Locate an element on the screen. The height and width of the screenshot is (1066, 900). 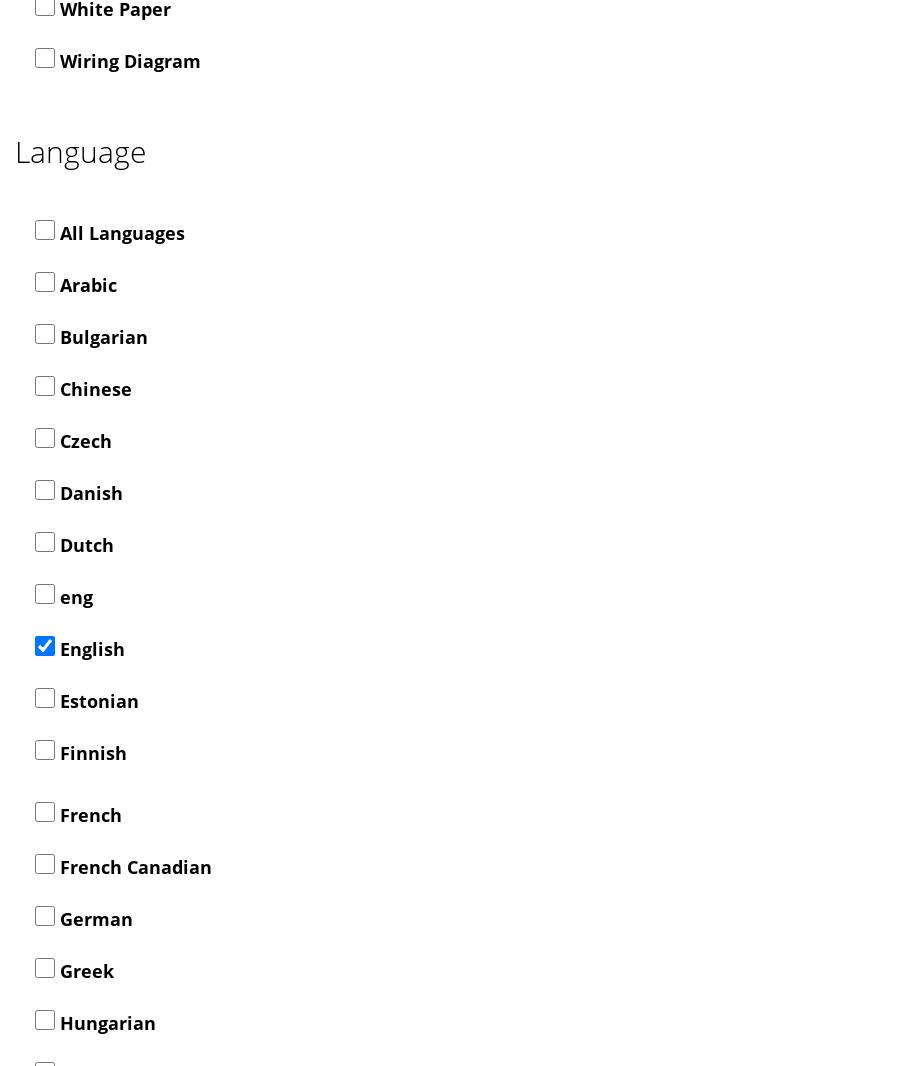
'Chinese' is located at coordinates (53, 388).